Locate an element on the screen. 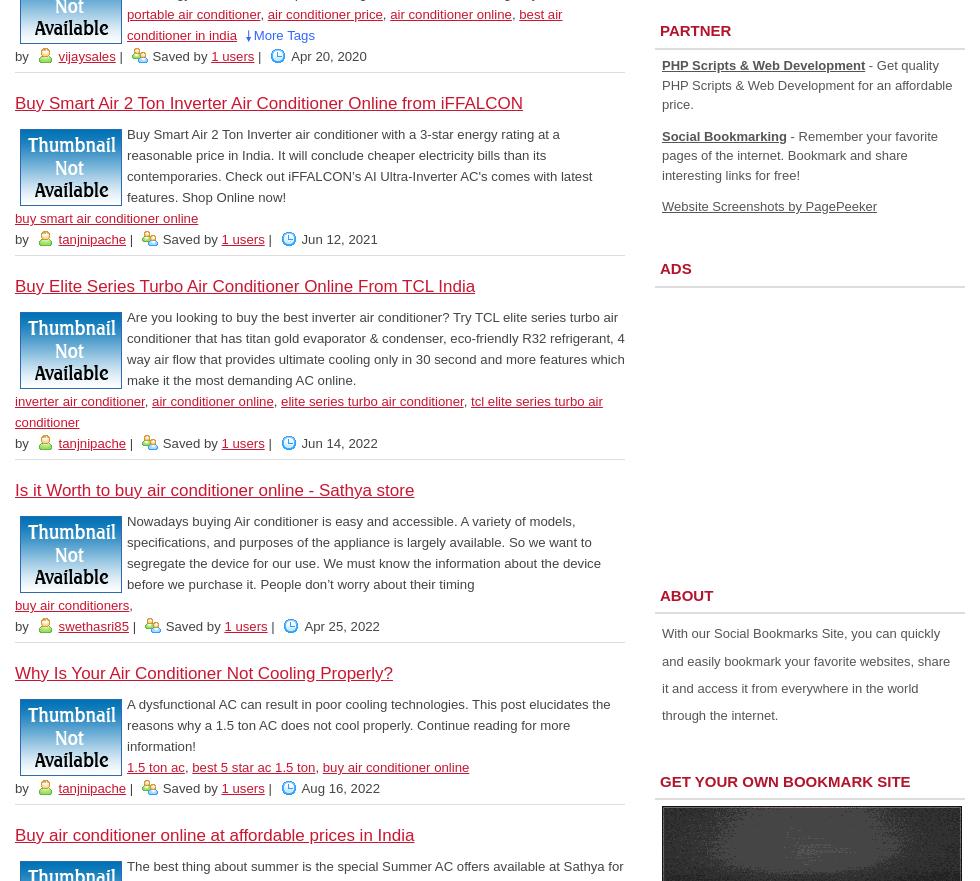  'Partner' is located at coordinates (695, 29).